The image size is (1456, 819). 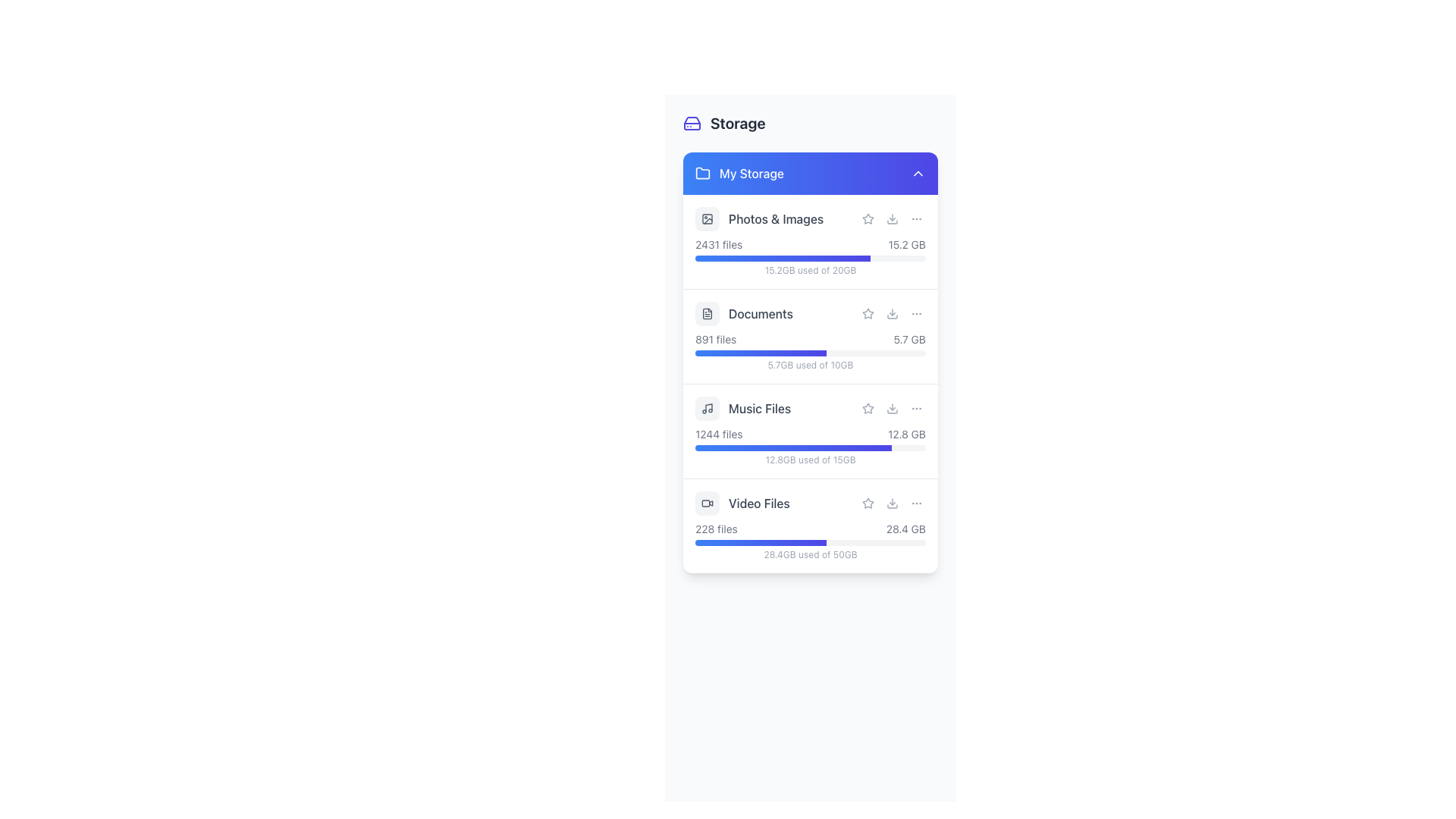 I want to click on the small musical note icon located in the music files section, positioned to the left of the descriptive text, so click(x=706, y=408).